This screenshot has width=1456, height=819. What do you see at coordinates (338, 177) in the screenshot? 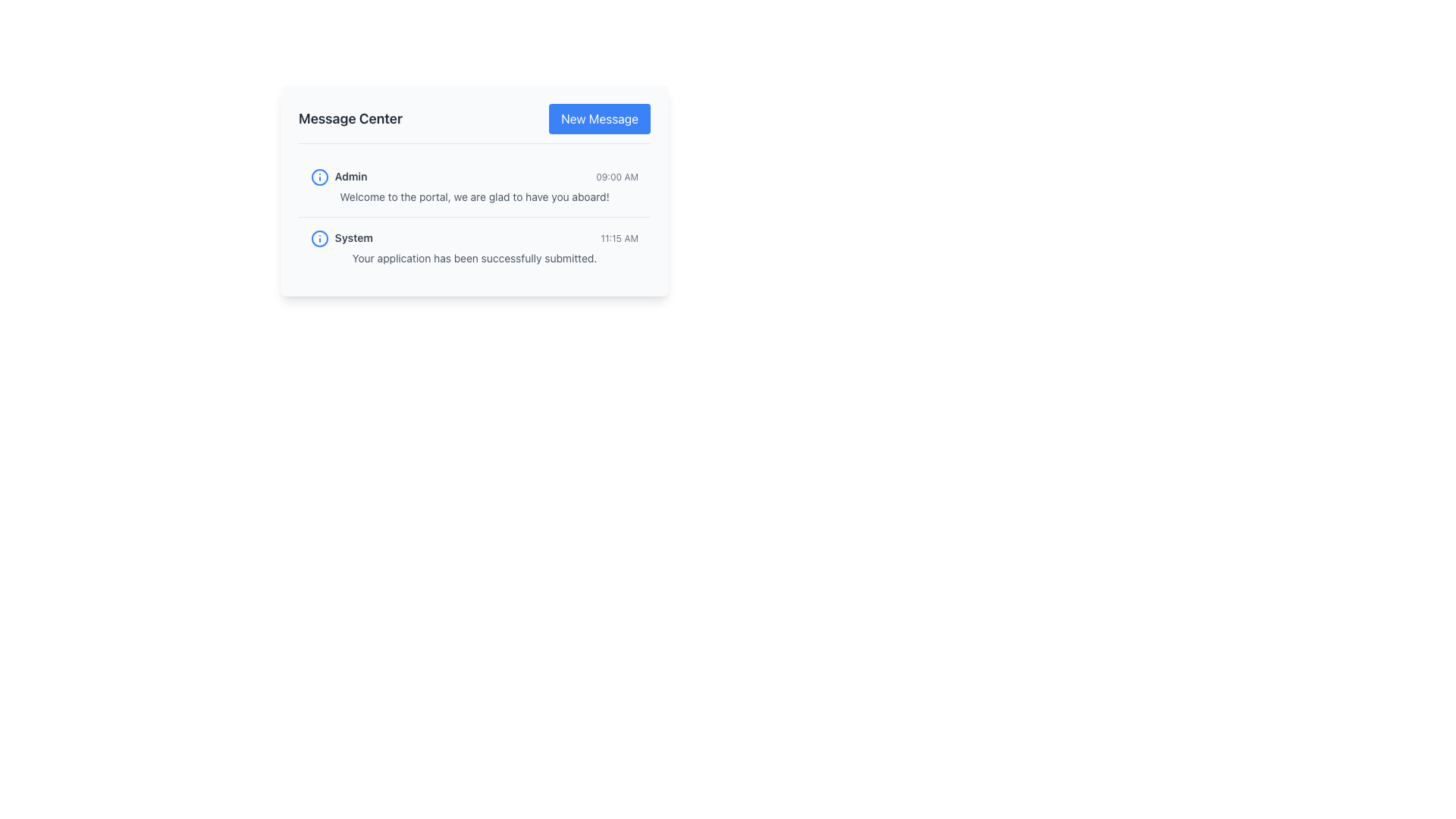
I see `the text label that identifies the author or source of the listed item in the 'Message Center' section for accessibility purposes` at bounding box center [338, 177].